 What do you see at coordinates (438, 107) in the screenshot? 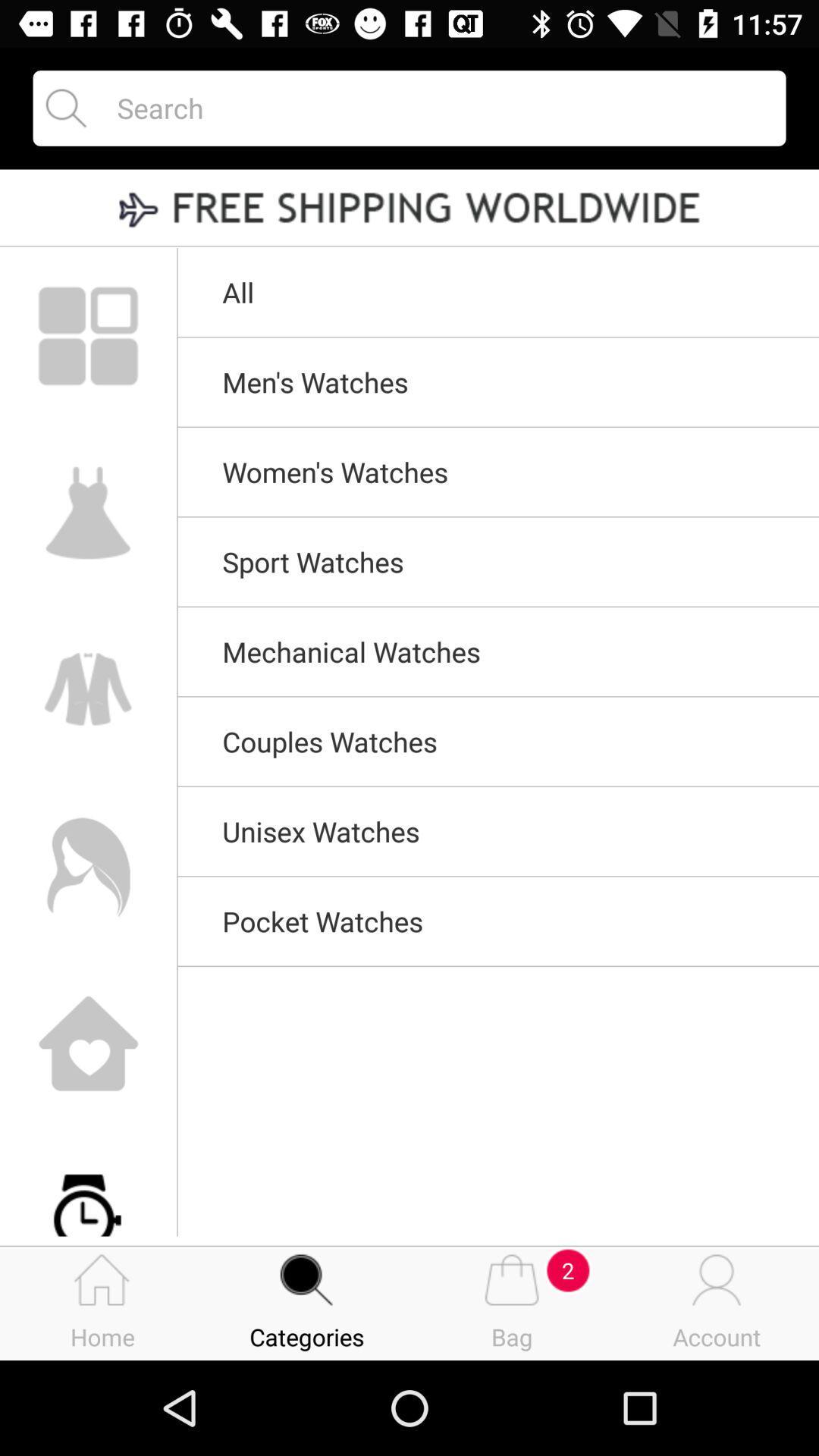
I see `search box` at bounding box center [438, 107].